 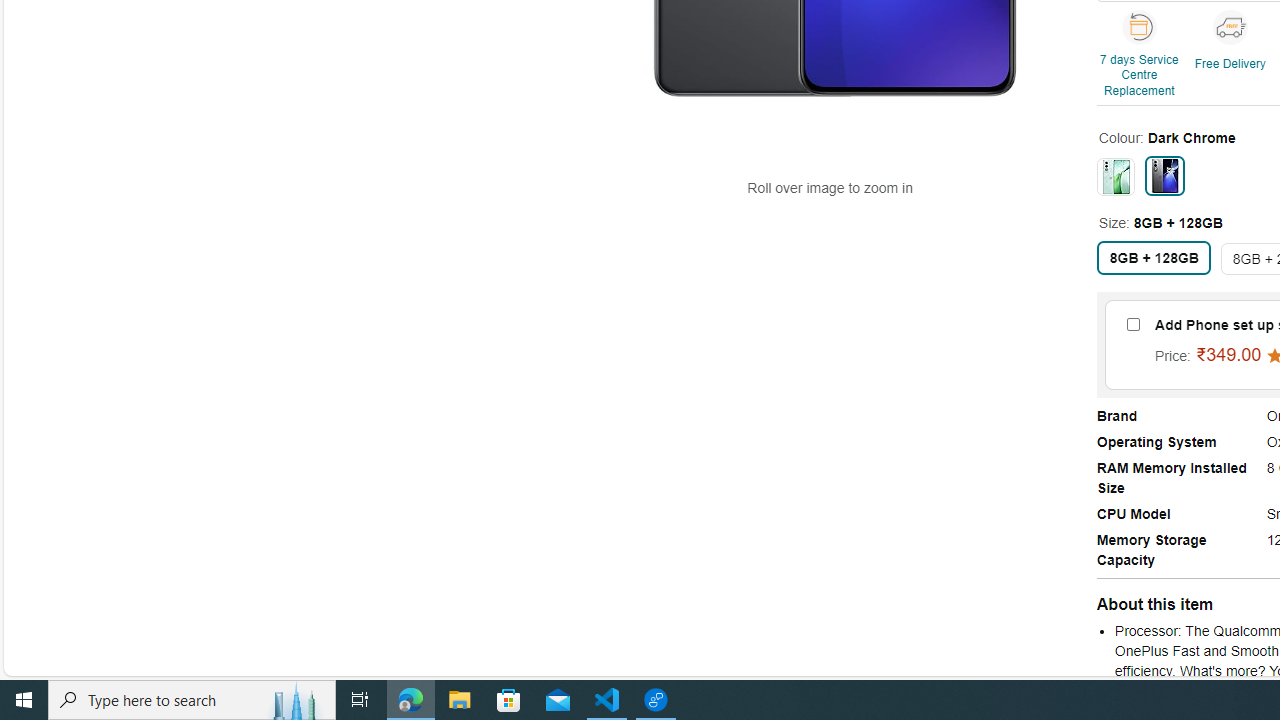 What do you see at coordinates (1141, 55) in the screenshot?
I see `'7 days Service Centre Replacement'` at bounding box center [1141, 55].